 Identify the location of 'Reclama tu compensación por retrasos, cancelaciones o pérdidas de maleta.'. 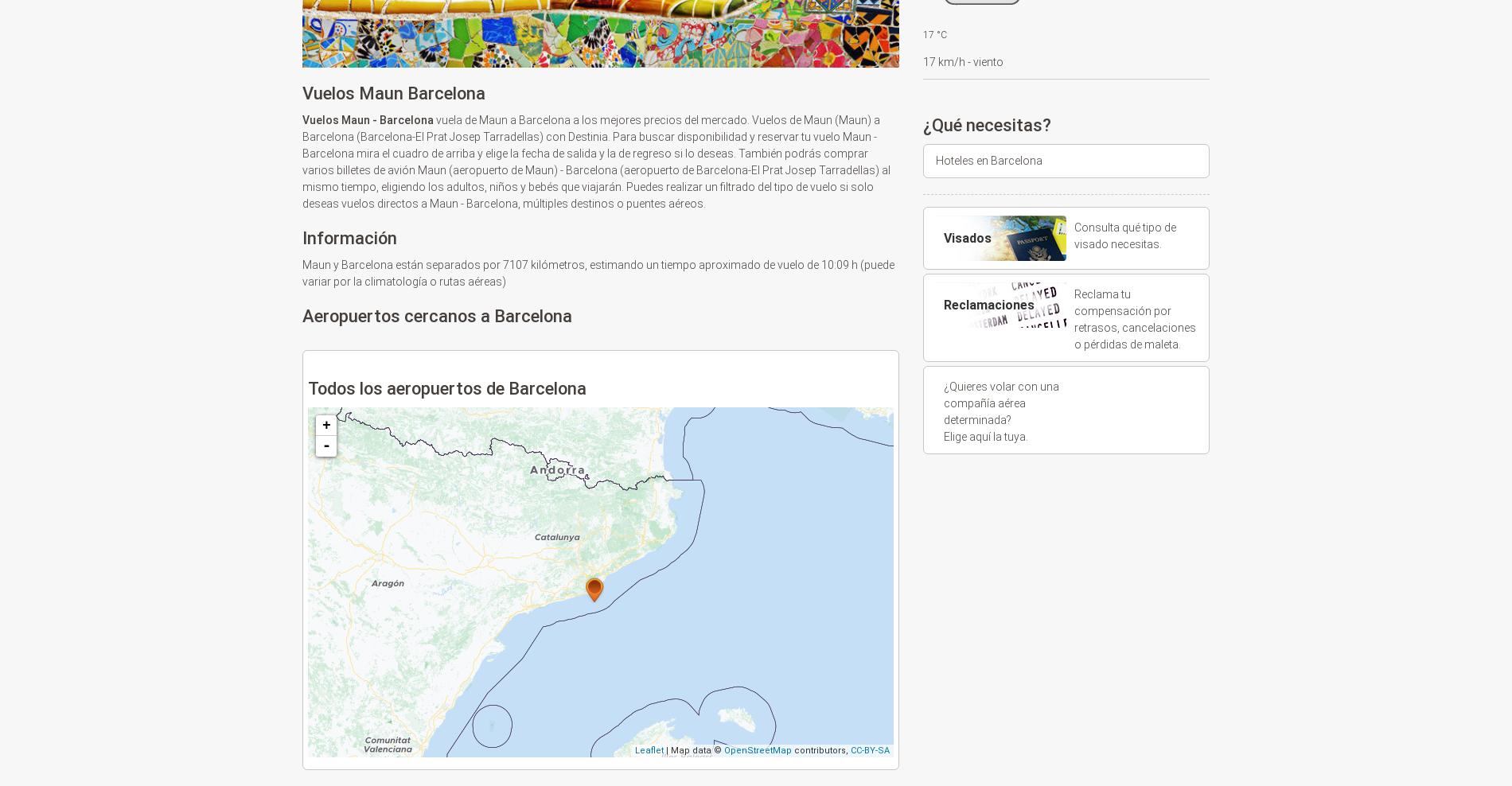
(1073, 318).